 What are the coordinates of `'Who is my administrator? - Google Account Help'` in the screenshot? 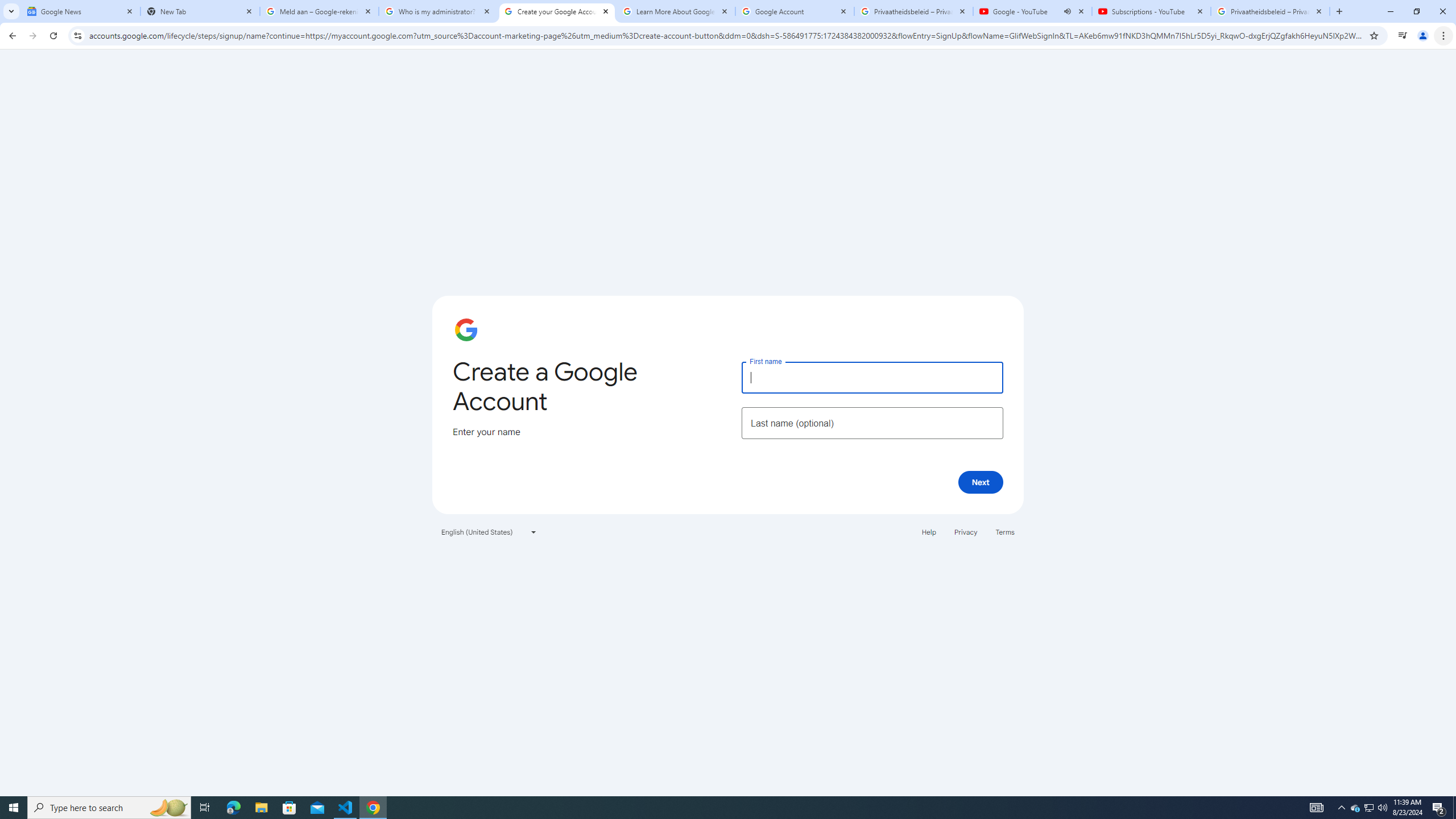 It's located at (438, 11).